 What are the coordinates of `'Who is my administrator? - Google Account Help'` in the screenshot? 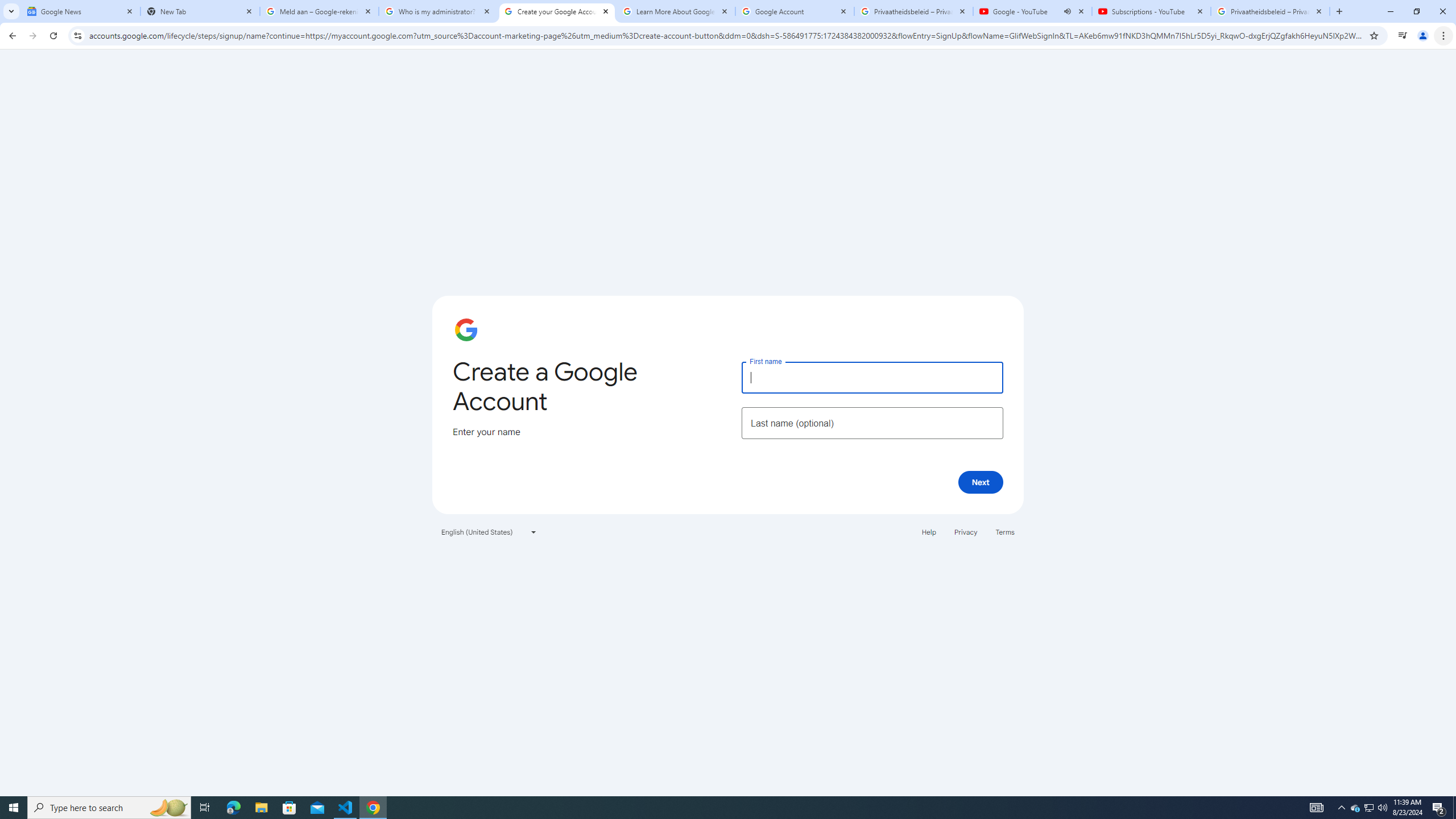 It's located at (438, 11).